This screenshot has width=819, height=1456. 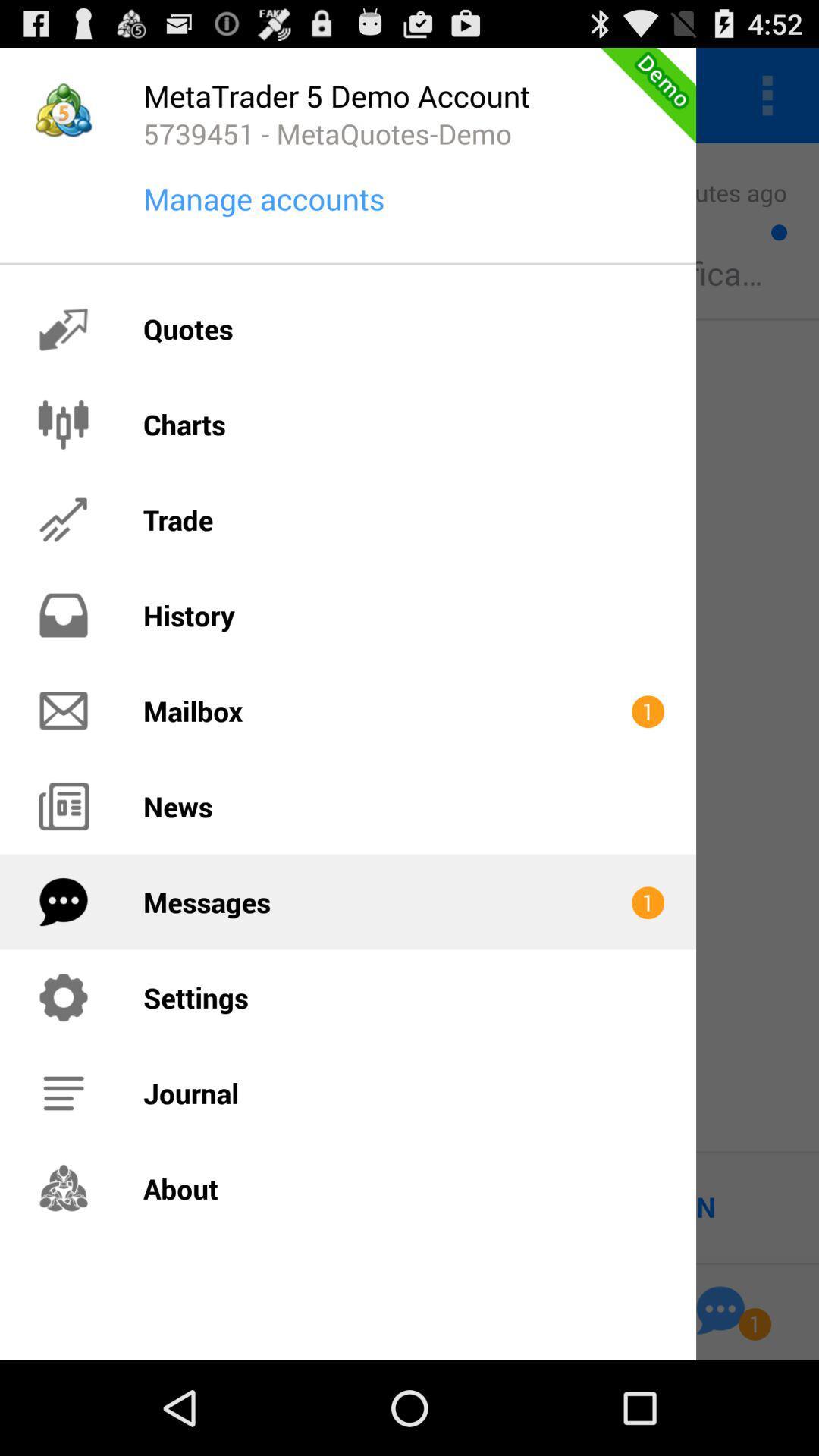 What do you see at coordinates (720, 1401) in the screenshot?
I see `the chat icon` at bounding box center [720, 1401].